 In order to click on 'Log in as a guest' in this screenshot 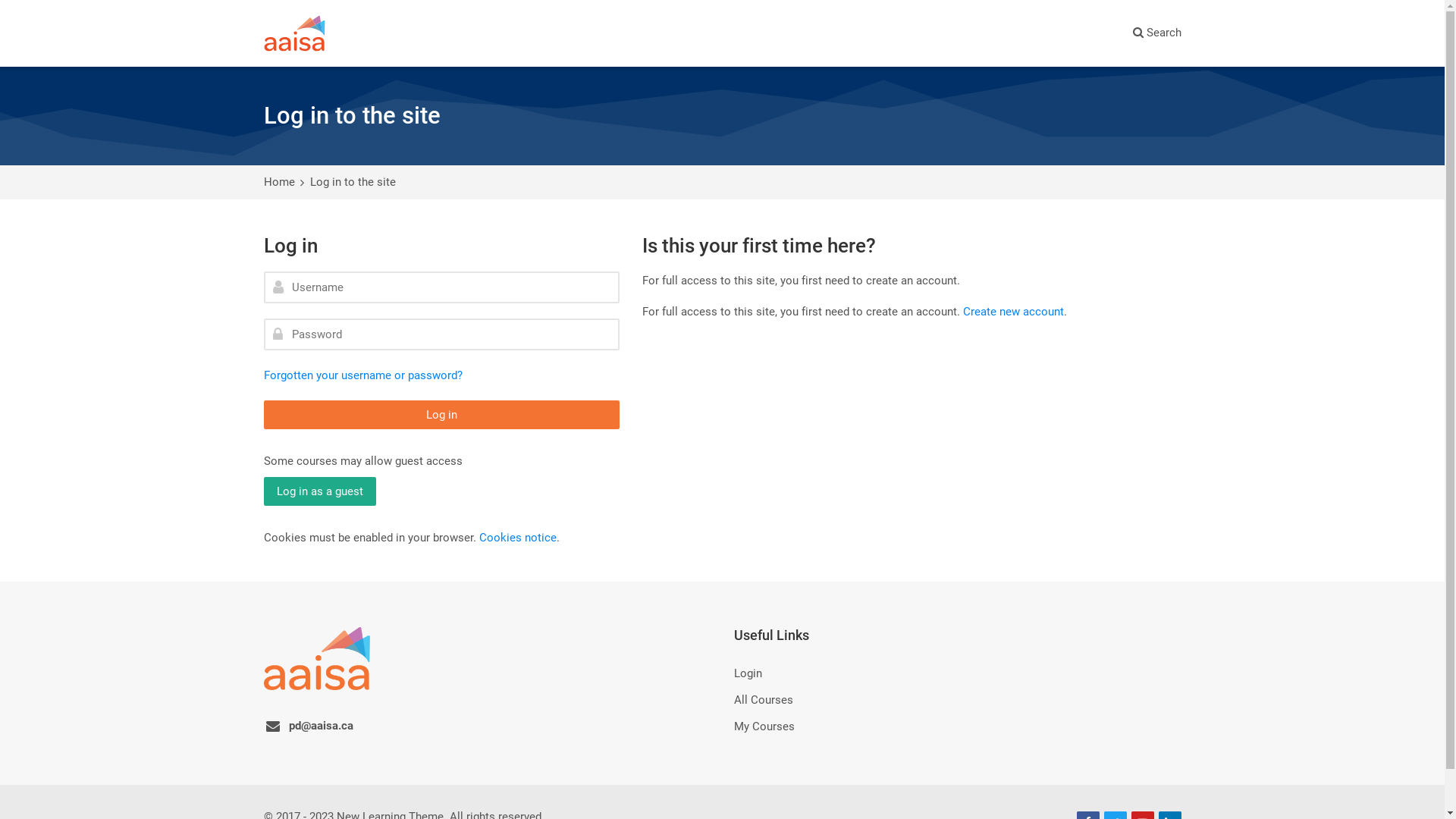, I will do `click(263, 491)`.